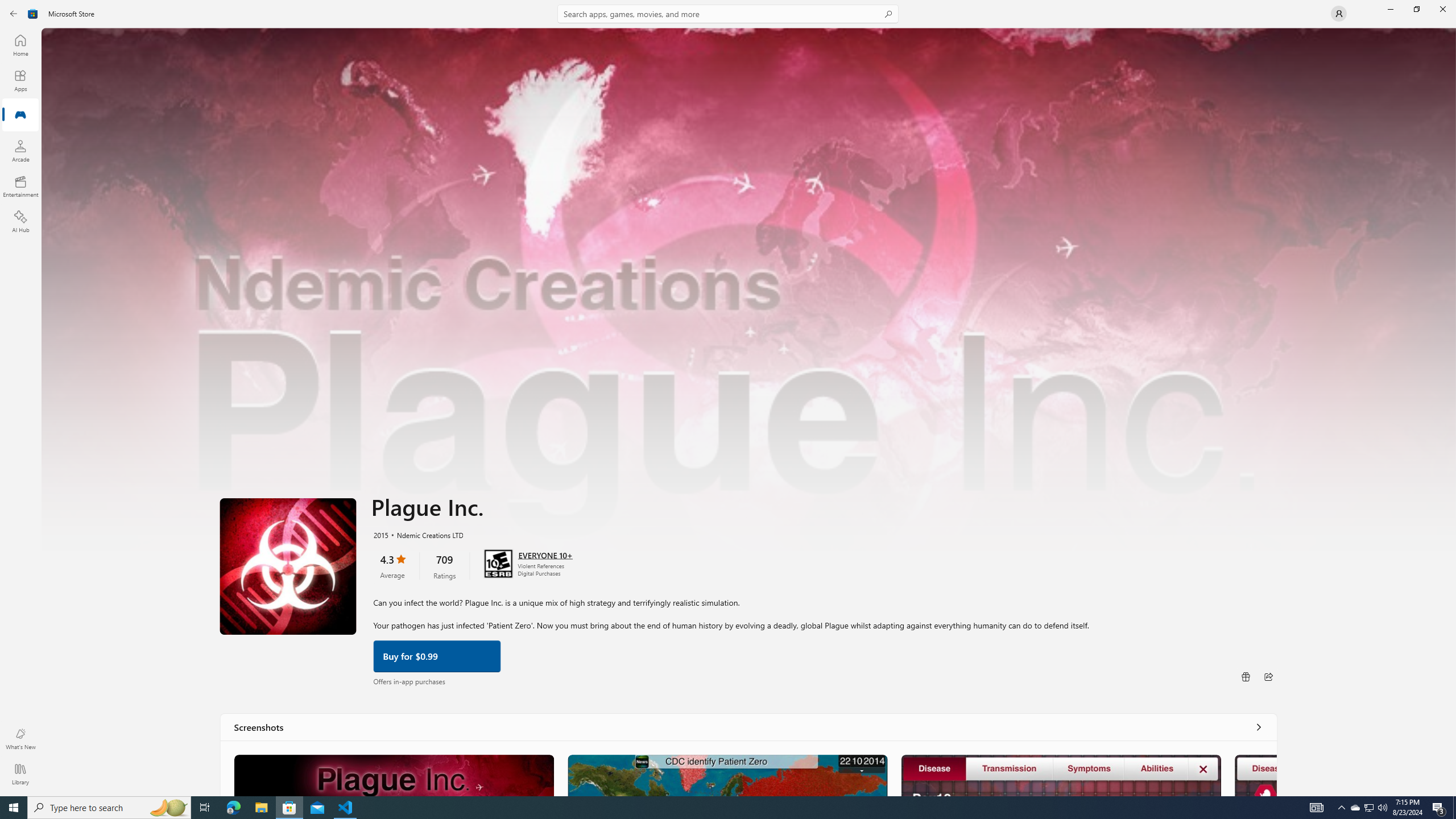 This screenshot has height=819, width=1456. Describe the element at coordinates (728, 13) in the screenshot. I see `'Search'` at that location.